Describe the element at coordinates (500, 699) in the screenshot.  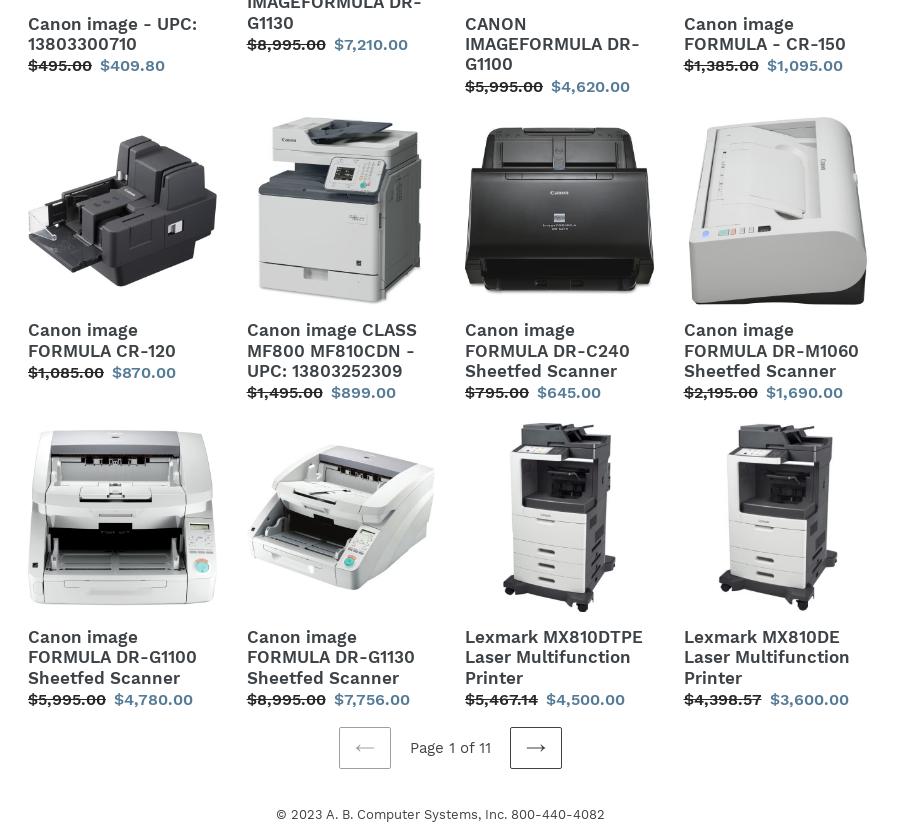
I see `'$5,467.14'` at that location.